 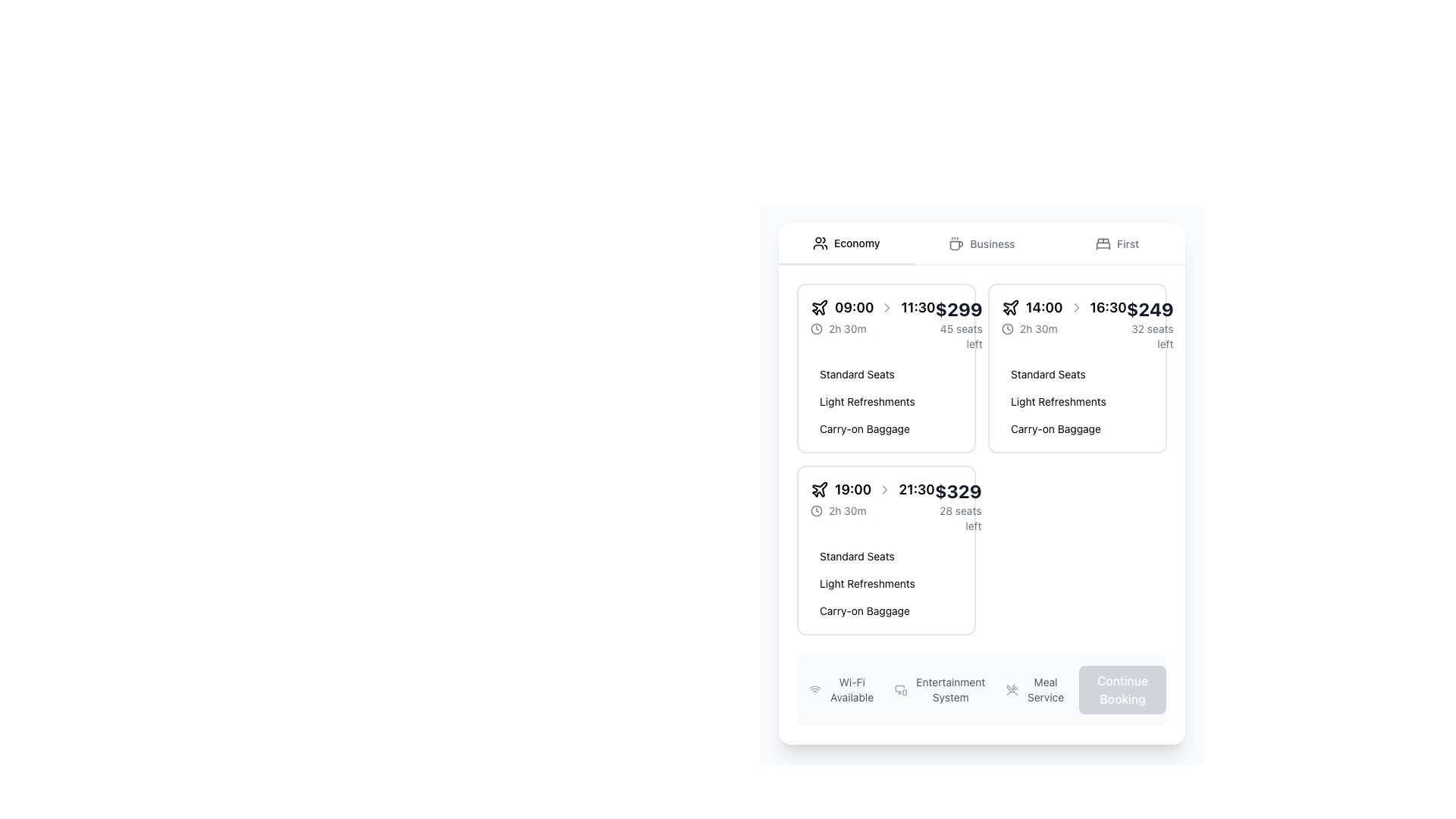 What do you see at coordinates (857, 242) in the screenshot?
I see `the 'Economy' text label in the navigation bar` at bounding box center [857, 242].